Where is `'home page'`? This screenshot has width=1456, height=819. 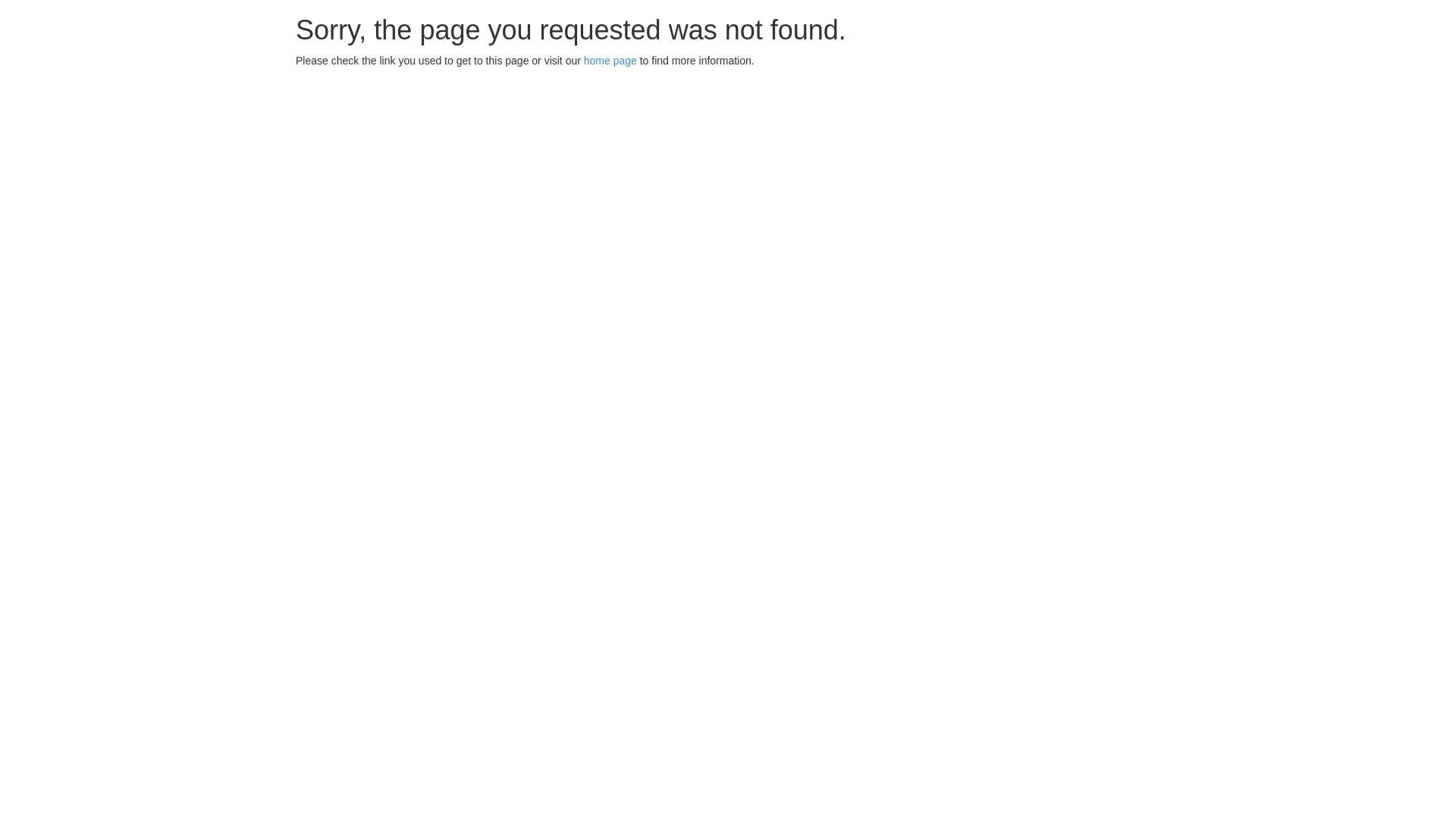
'home page' is located at coordinates (582, 60).